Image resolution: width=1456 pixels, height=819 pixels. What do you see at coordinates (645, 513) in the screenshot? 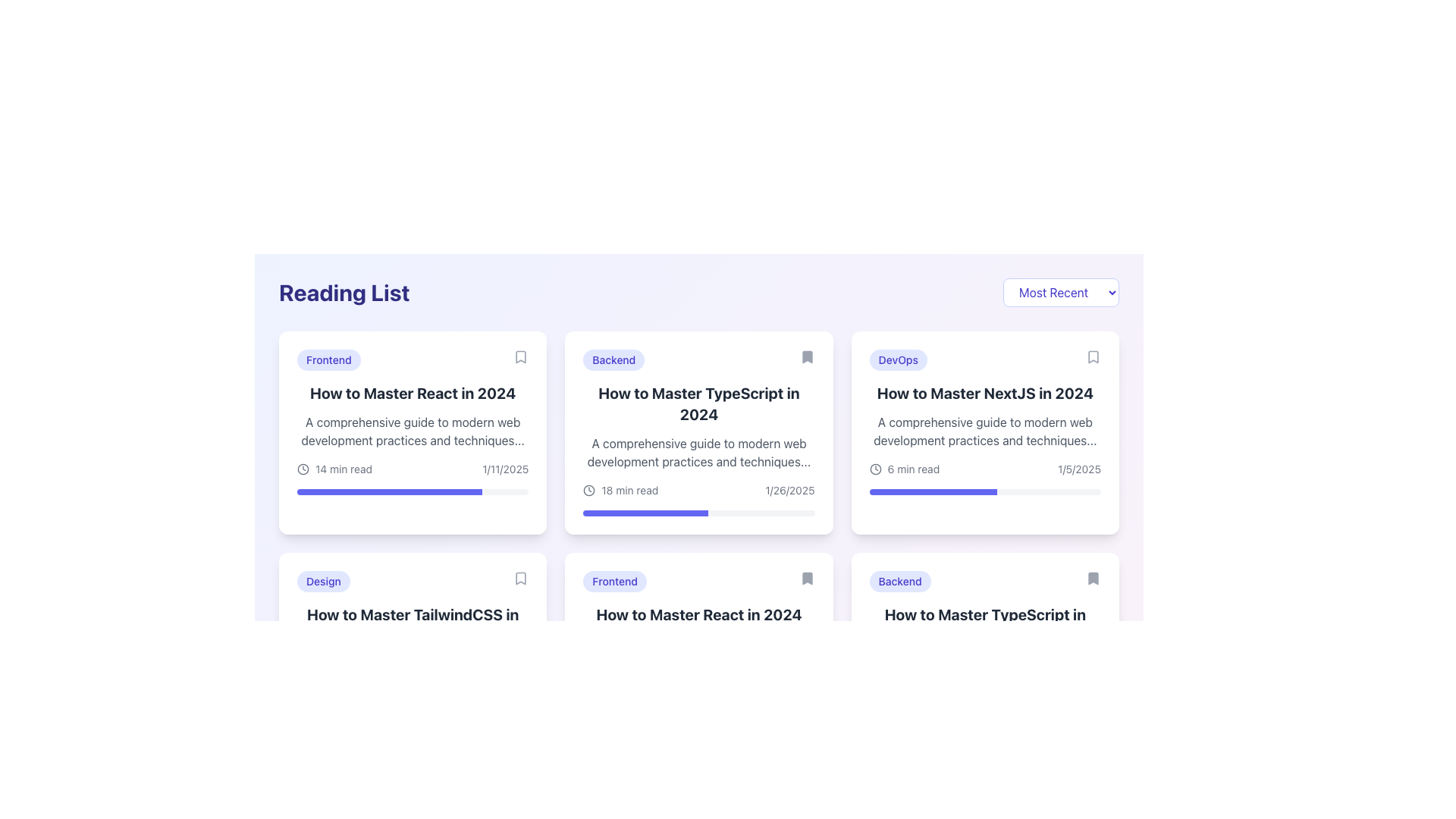
I see `the visual progress level of the progress bar located at the bottom of the card titled 'How to Master TypeScript in 2024', positioned directly above the reading time text` at bounding box center [645, 513].